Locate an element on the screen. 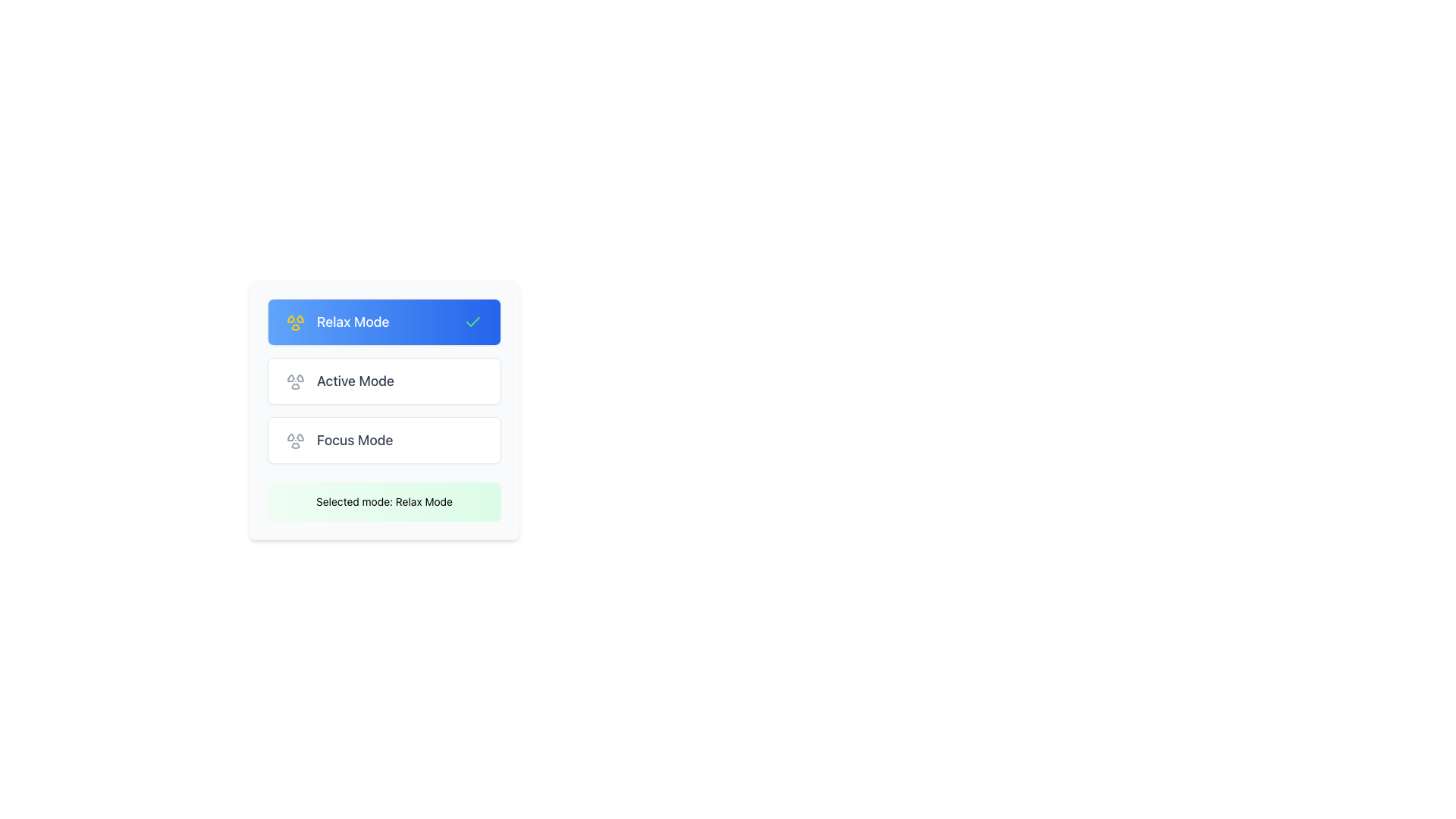  the 'Active Mode' text label is located at coordinates (340, 380).